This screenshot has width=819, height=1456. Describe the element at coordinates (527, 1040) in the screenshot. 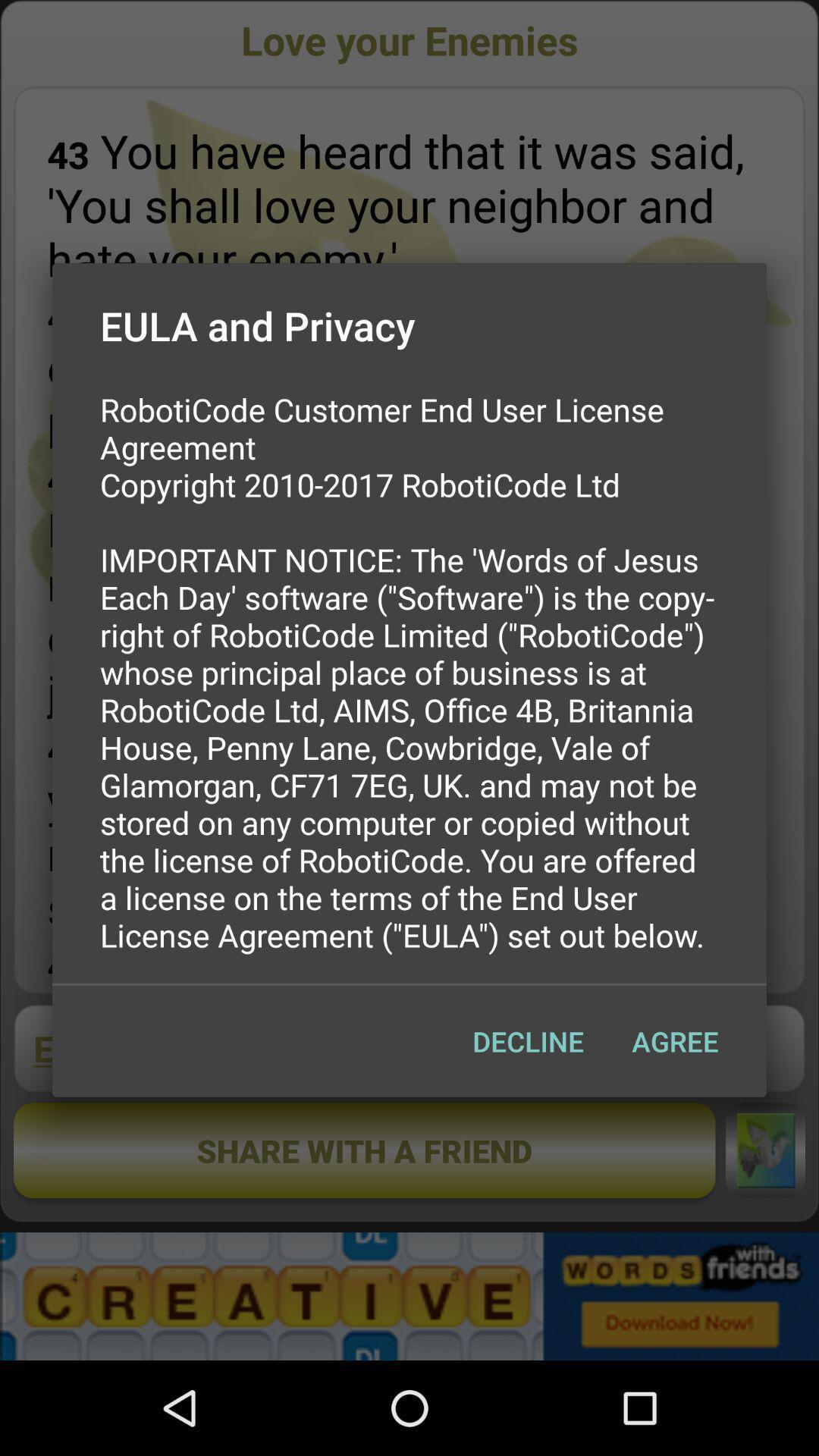

I see `the button next to the agree` at that location.